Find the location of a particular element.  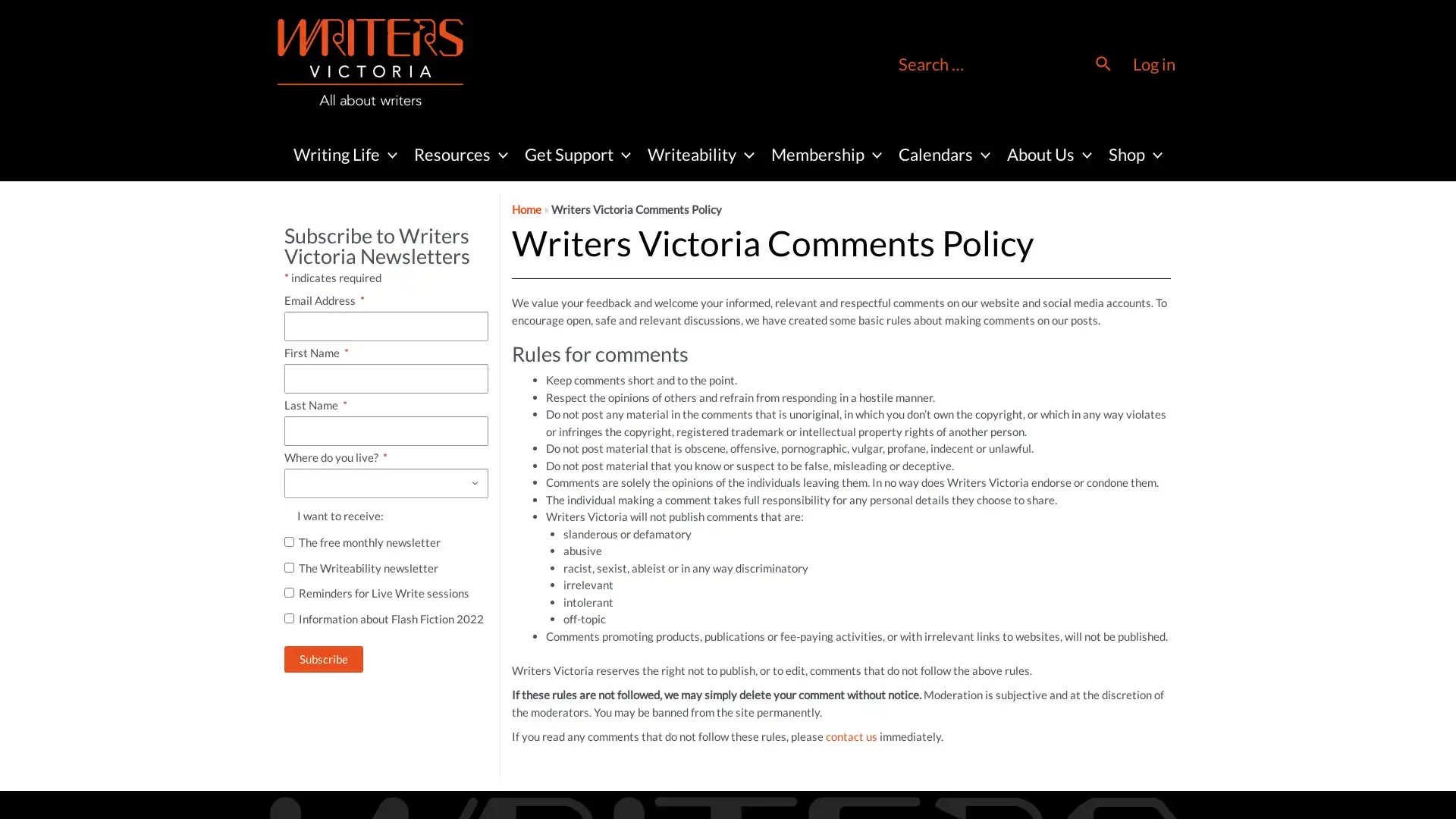

Search is located at coordinates (1103, 63).